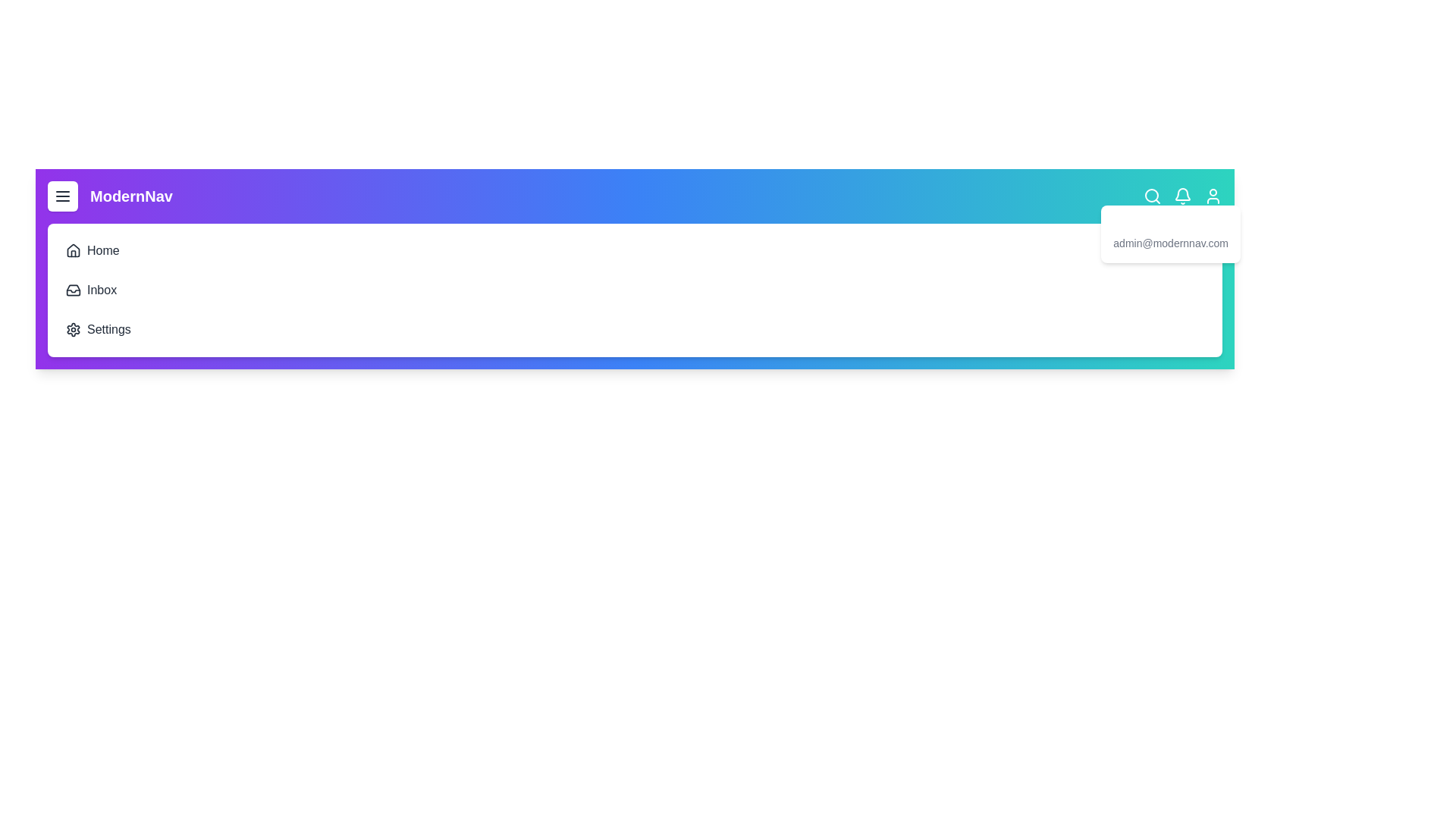 The height and width of the screenshot is (819, 1456). Describe the element at coordinates (75, 318) in the screenshot. I see `the Settings navigation item` at that location.